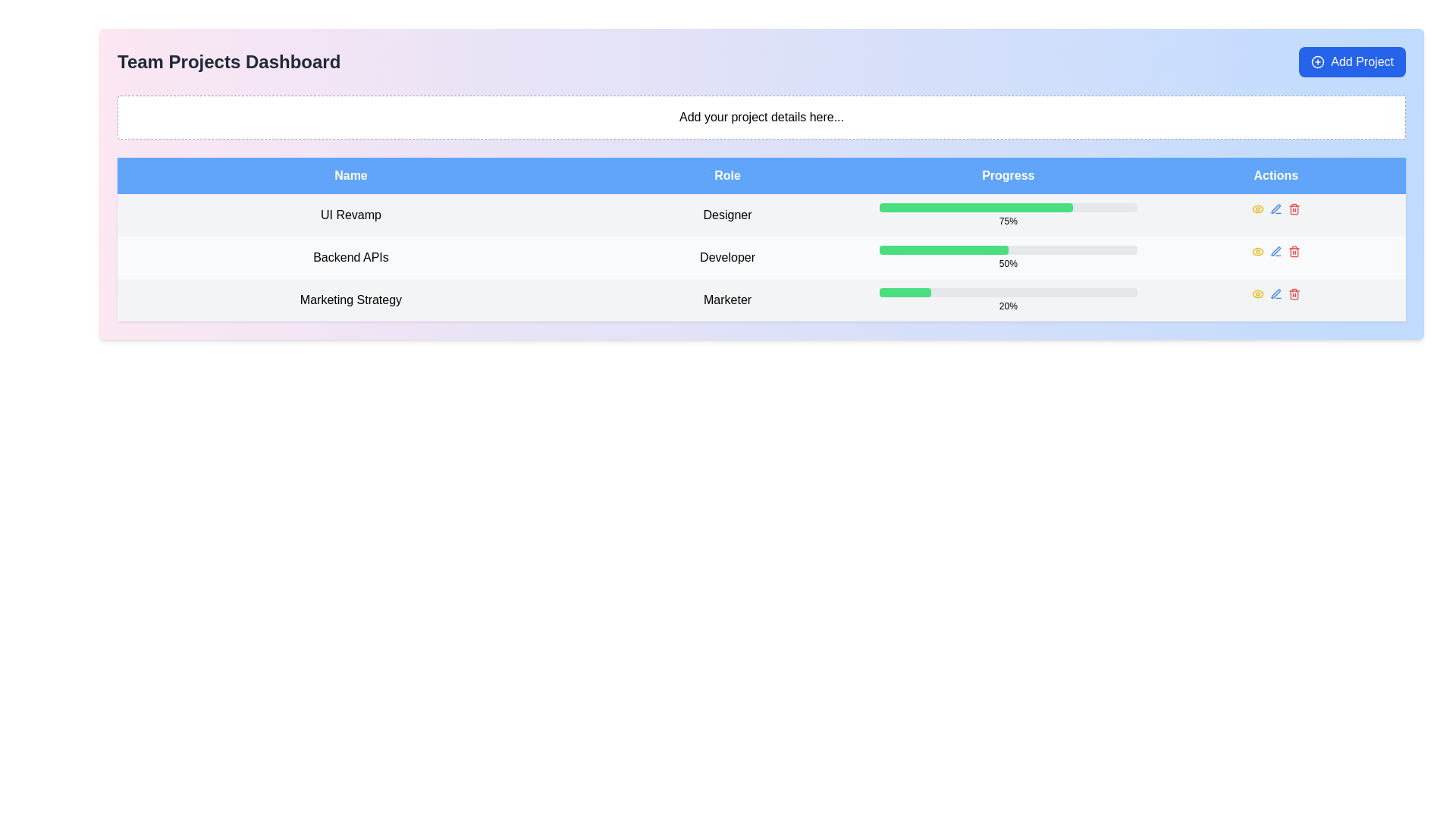  Describe the element at coordinates (1008, 174) in the screenshot. I see `the 'Progress' tab header, which is the third tab in a row of four tabs, located between 'Role' and 'Actions'` at that location.